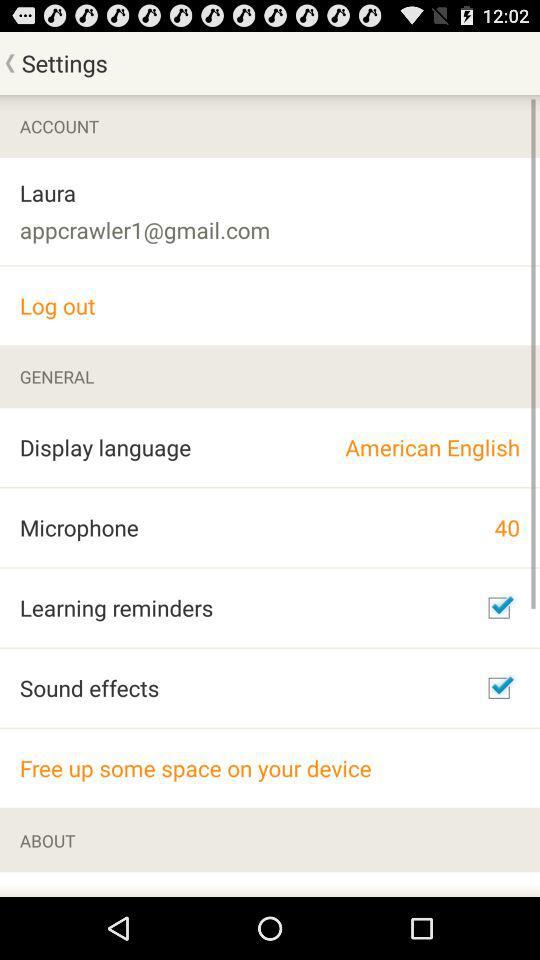 This screenshot has width=540, height=960. Describe the element at coordinates (270, 305) in the screenshot. I see `the item below the appcrawler1@gmail.com icon` at that location.